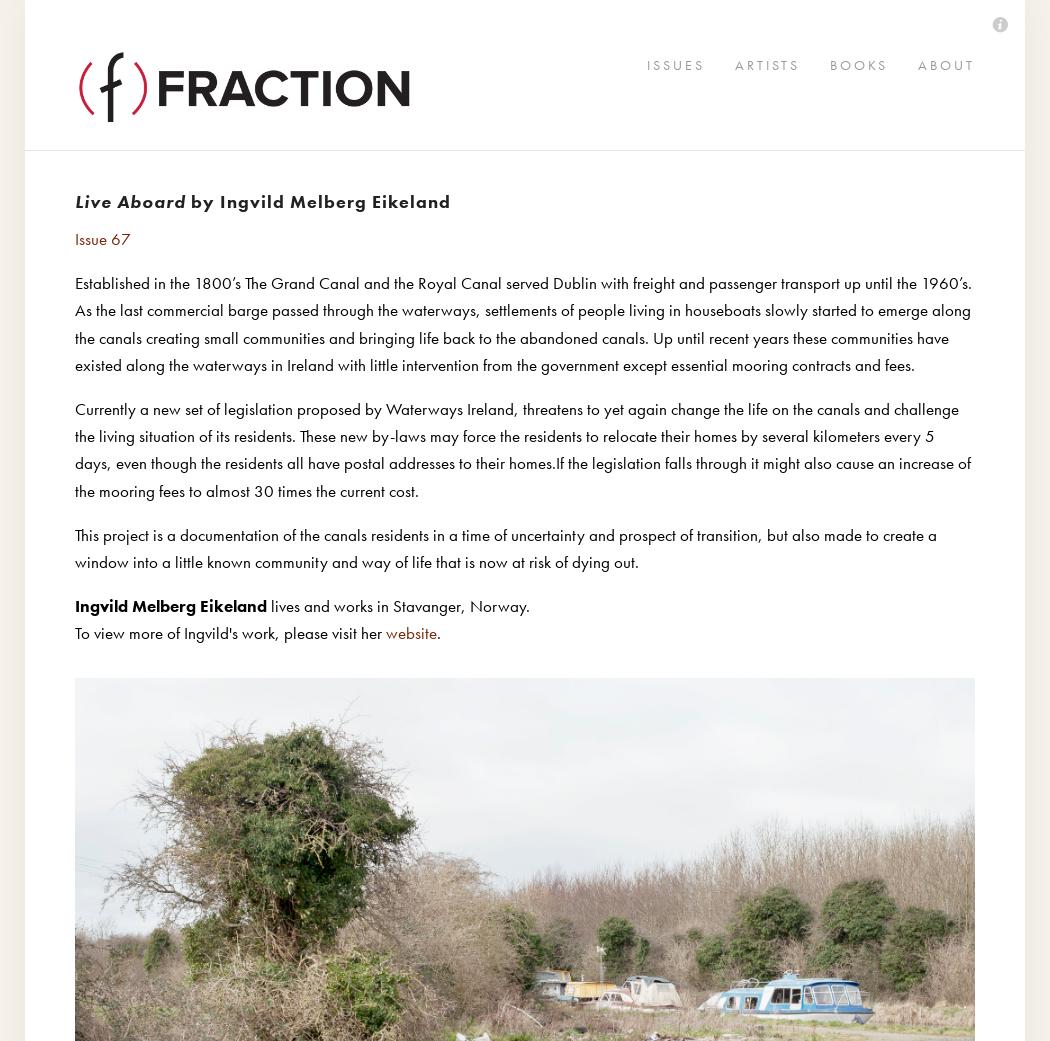  I want to click on 'Artists', so click(91, 82).